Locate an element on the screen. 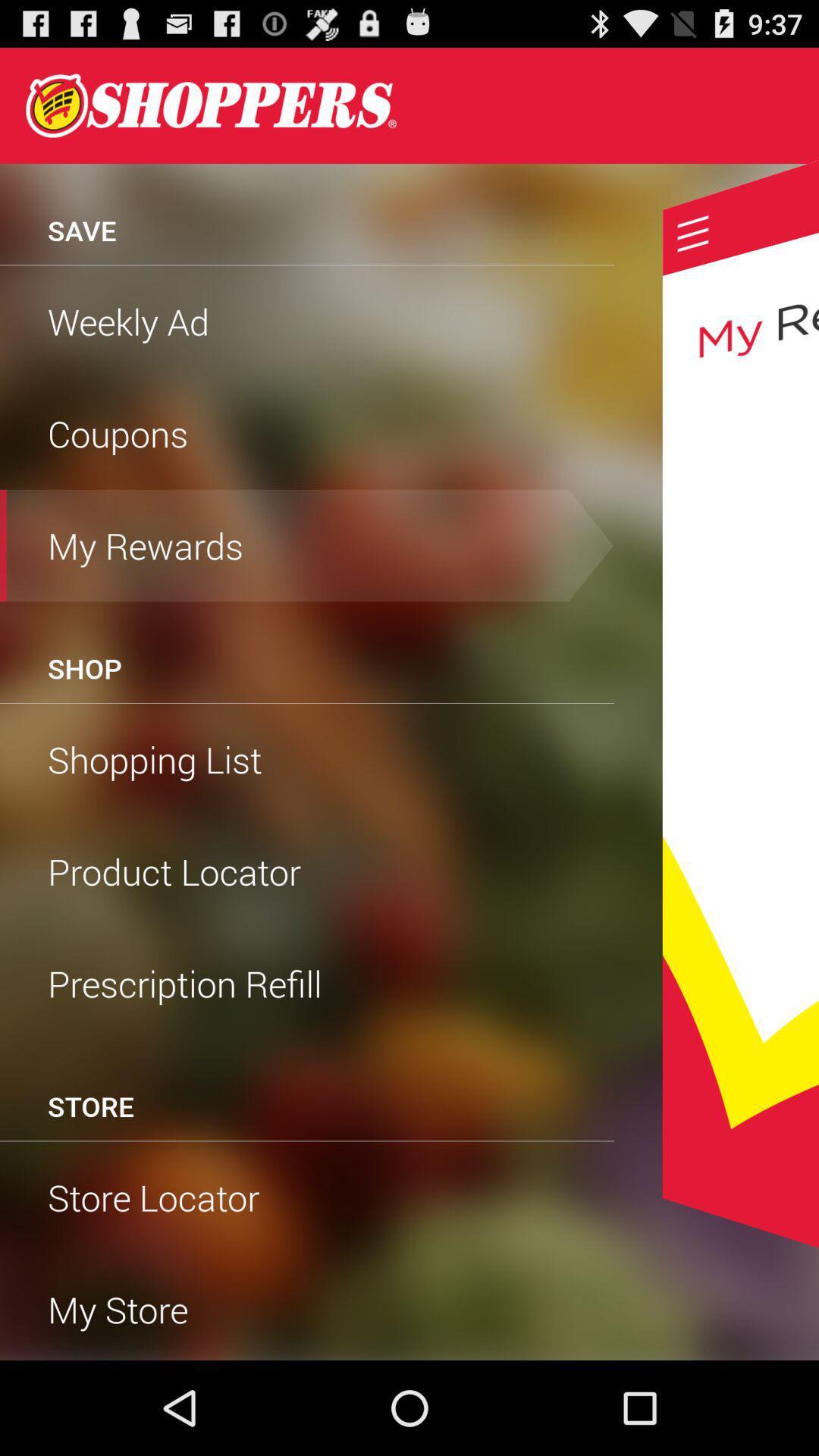 The height and width of the screenshot is (1456, 819). advertisement page is located at coordinates (211, 105).